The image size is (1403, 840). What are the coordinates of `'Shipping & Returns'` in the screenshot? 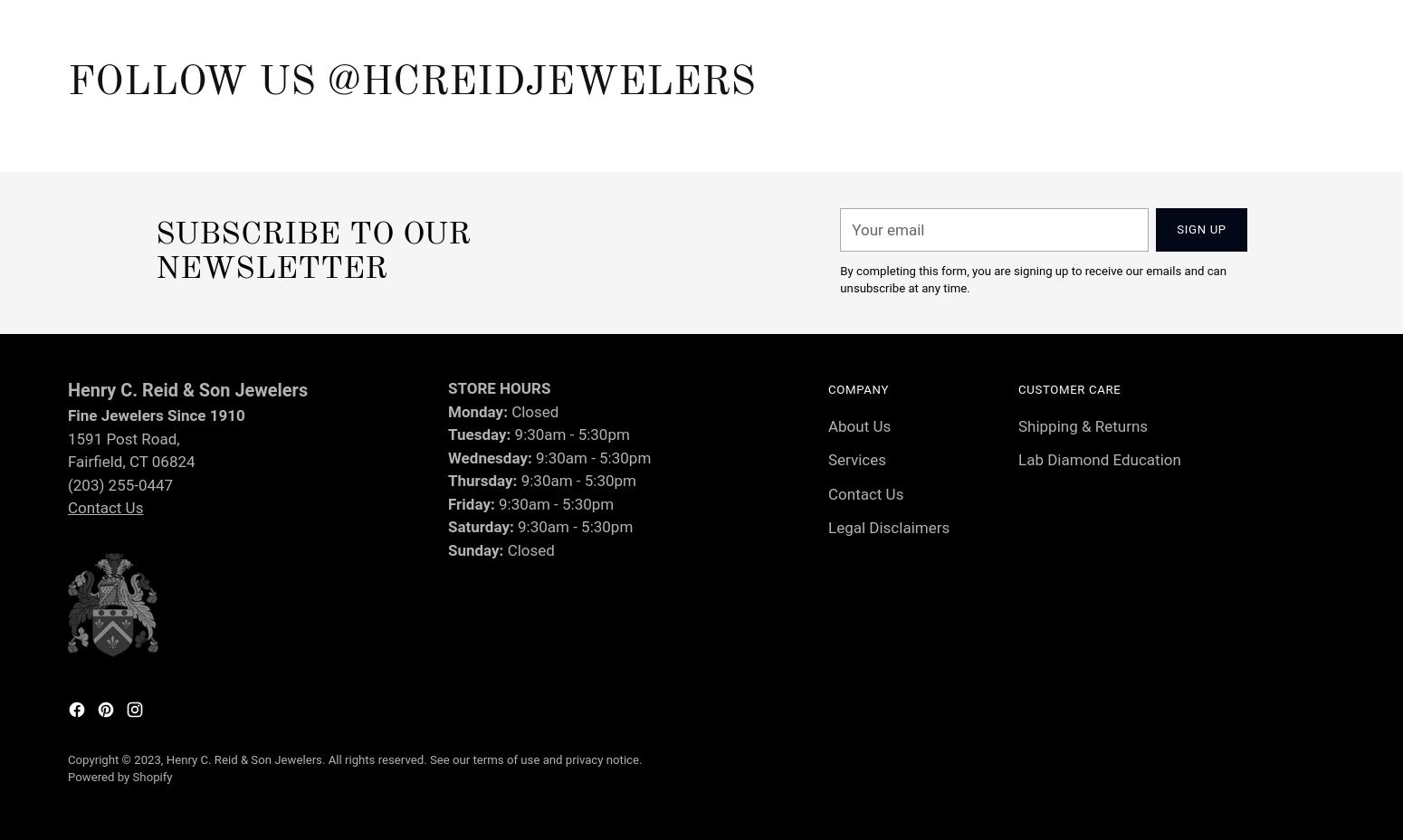 It's located at (1082, 425).